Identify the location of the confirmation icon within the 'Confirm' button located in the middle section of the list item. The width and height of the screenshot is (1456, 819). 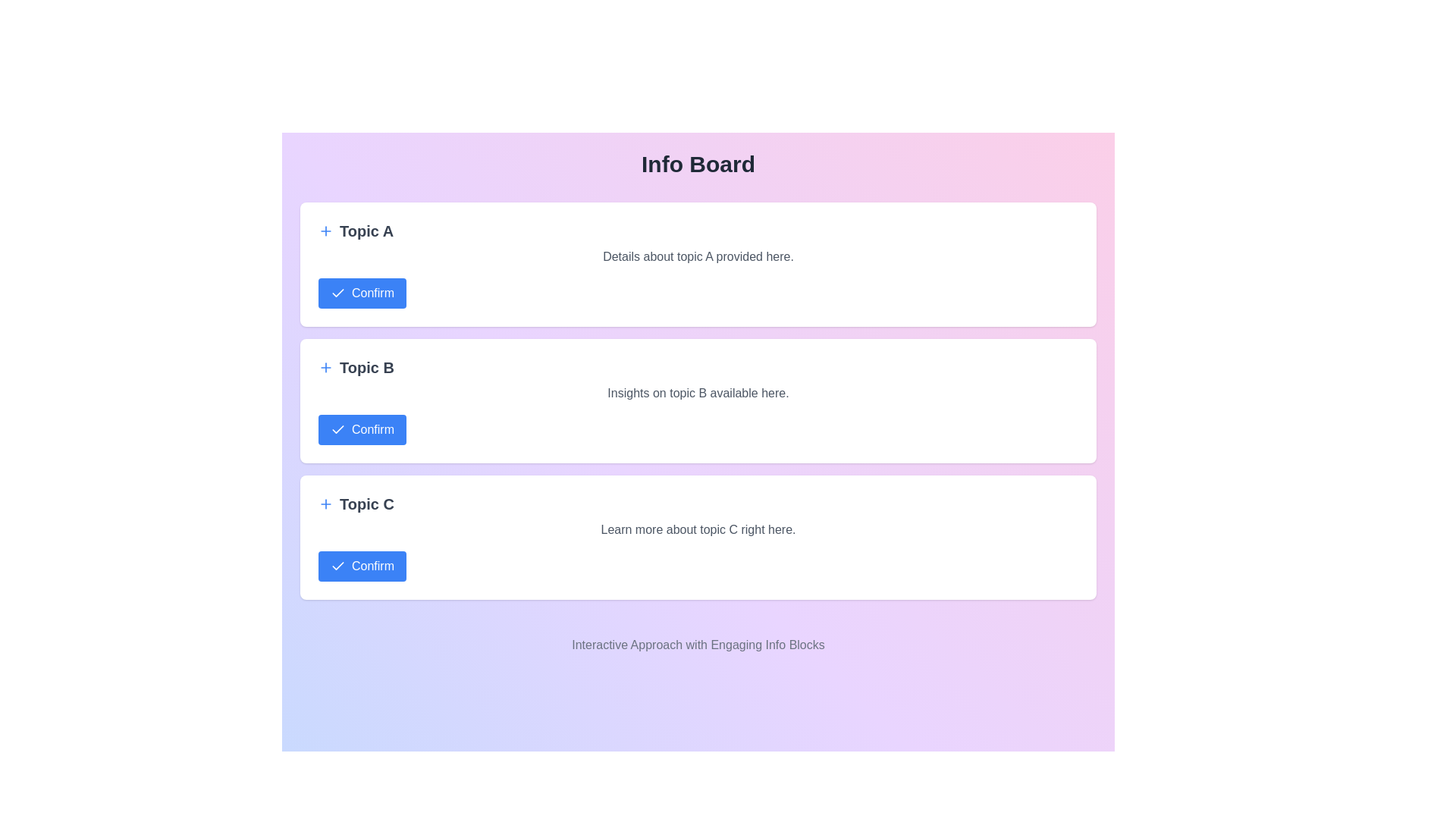
(337, 293).